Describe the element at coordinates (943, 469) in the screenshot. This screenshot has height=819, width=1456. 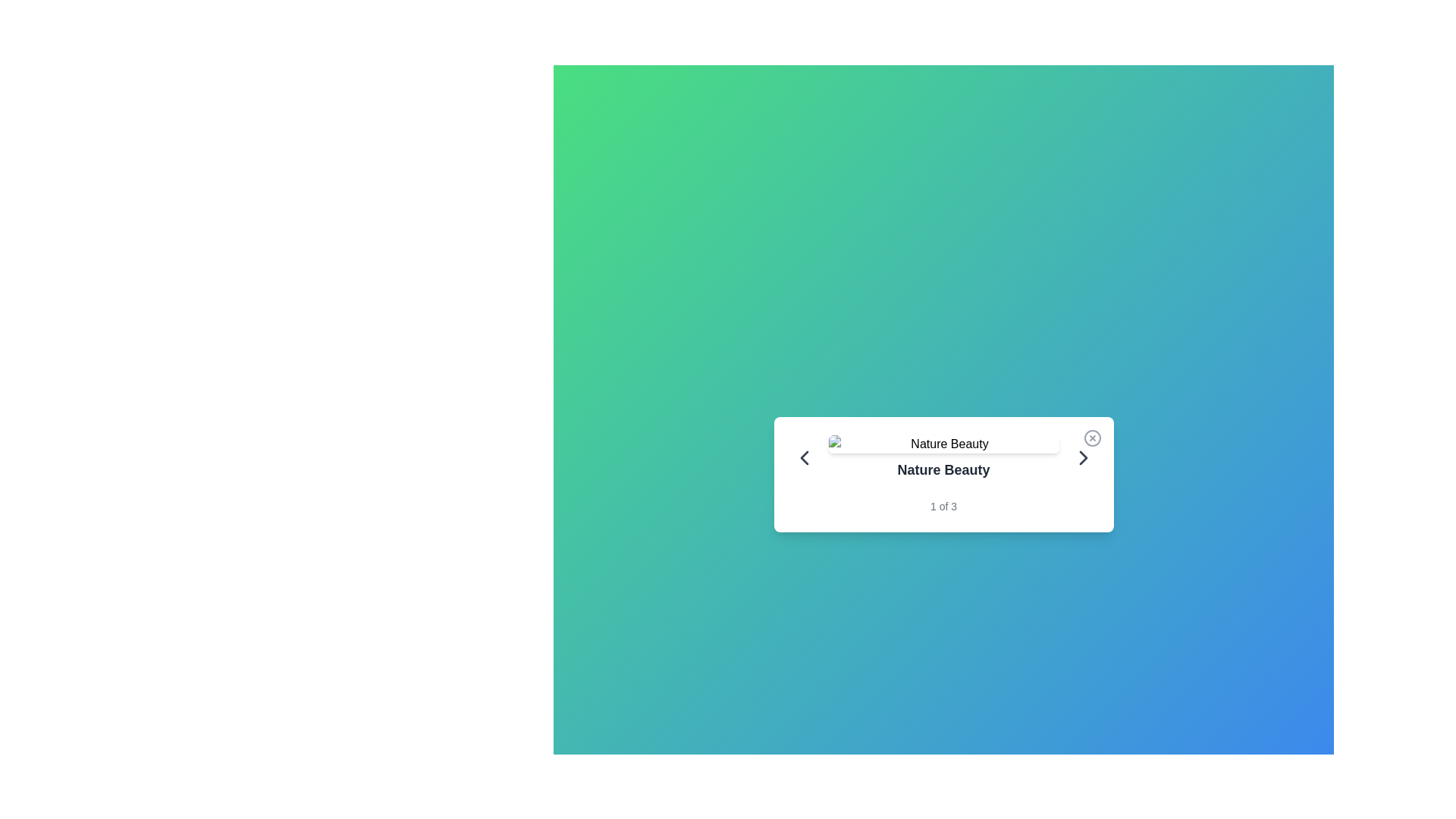
I see `text label displaying 'Nature Beauty', which is centrally positioned below an image in a dark gray, bold font` at that location.